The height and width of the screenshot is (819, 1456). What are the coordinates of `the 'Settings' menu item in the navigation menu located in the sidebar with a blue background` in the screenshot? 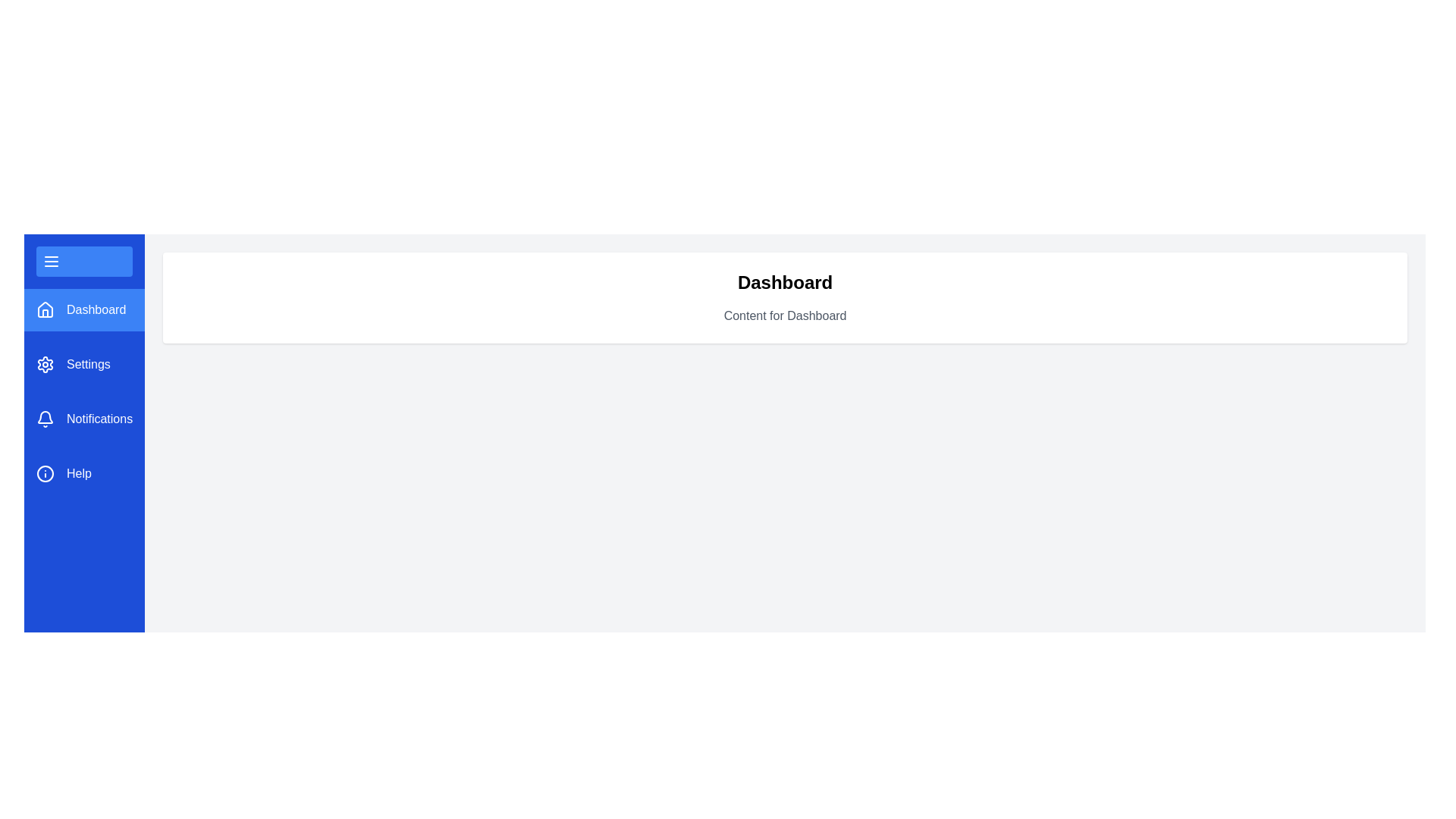 It's located at (83, 391).